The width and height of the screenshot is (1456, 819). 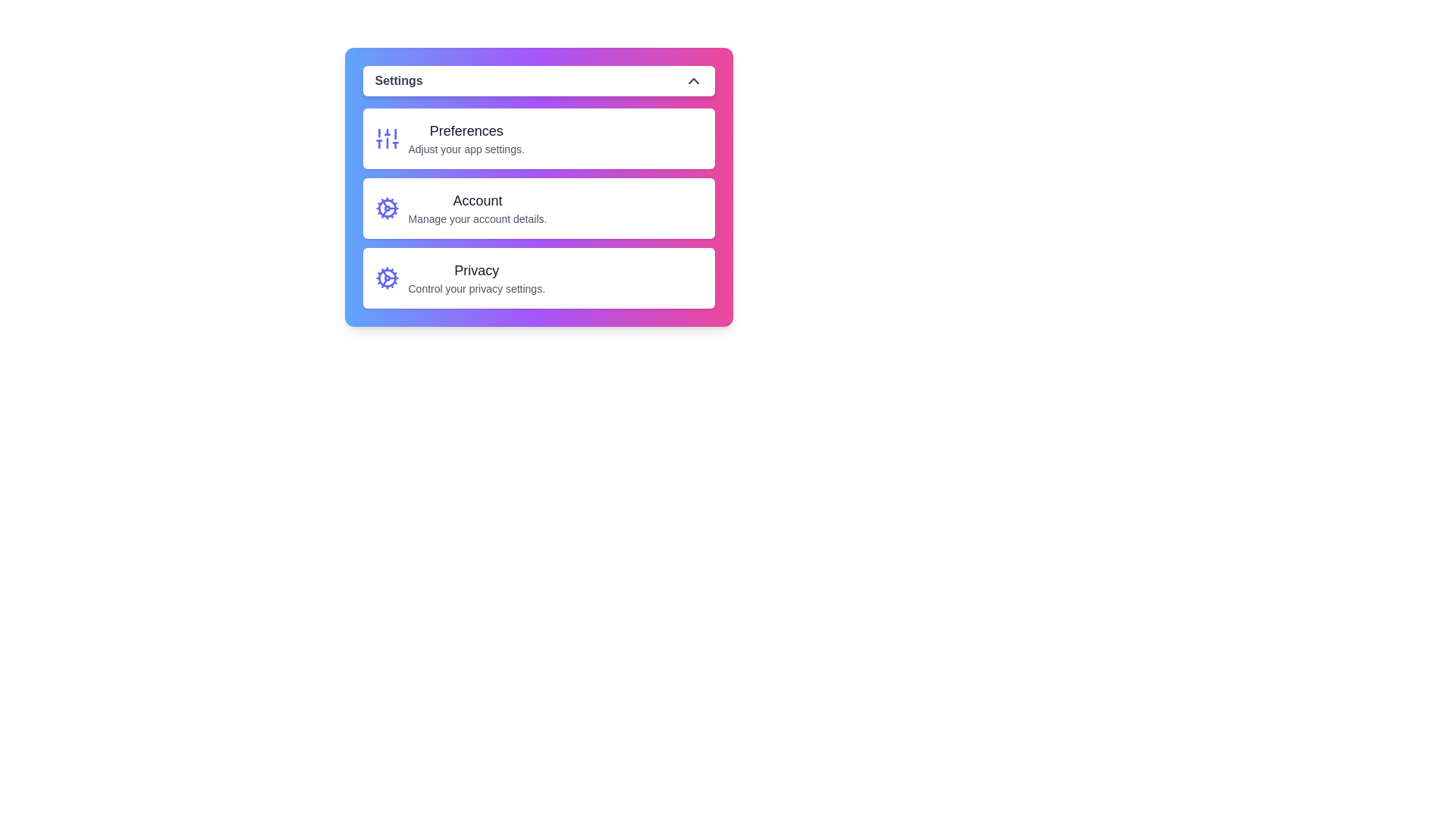 I want to click on the icon associated with the Preferences option, so click(x=387, y=138).